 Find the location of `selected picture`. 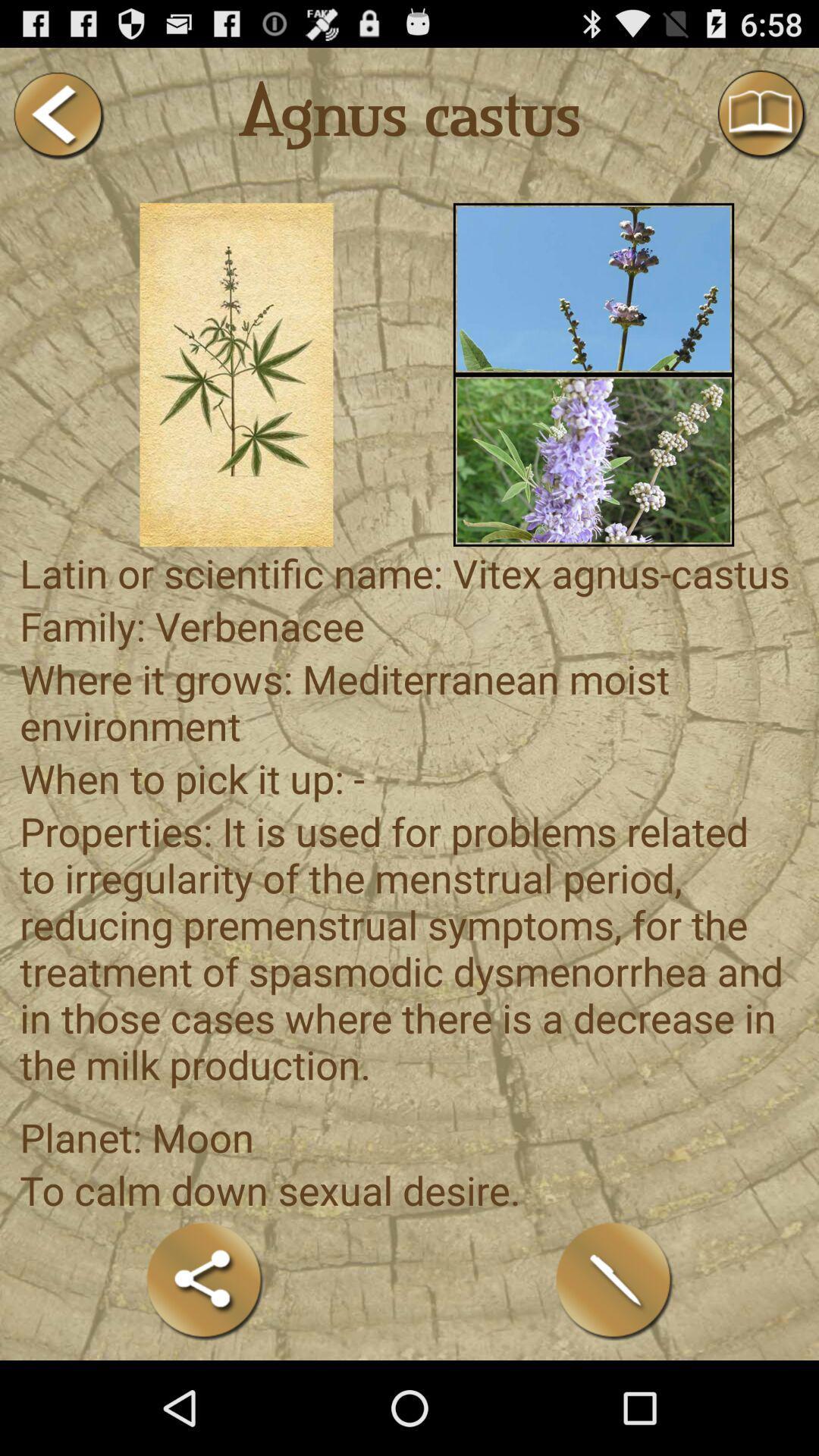

selected picture is located at coordinates (593, 460).